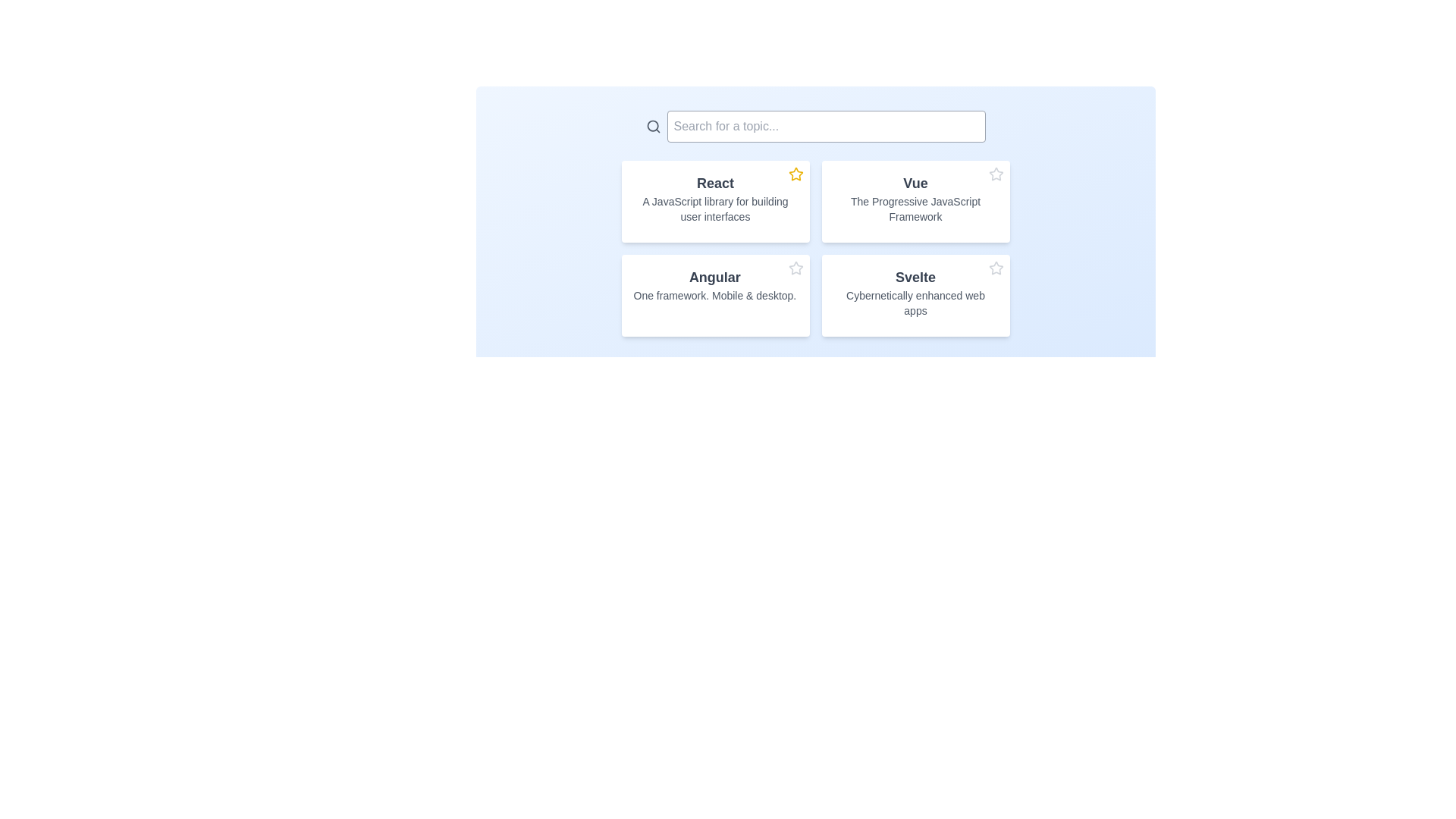 Image resolution: width=1456 pixels, height=819 pixels. What do you see at coordinates (714, 209) in the screenshot?
I see `the descriptive text located directly beneath the bold title 'React' in the top-left quadrant of the grid layout` at bounding box center [714, 209].